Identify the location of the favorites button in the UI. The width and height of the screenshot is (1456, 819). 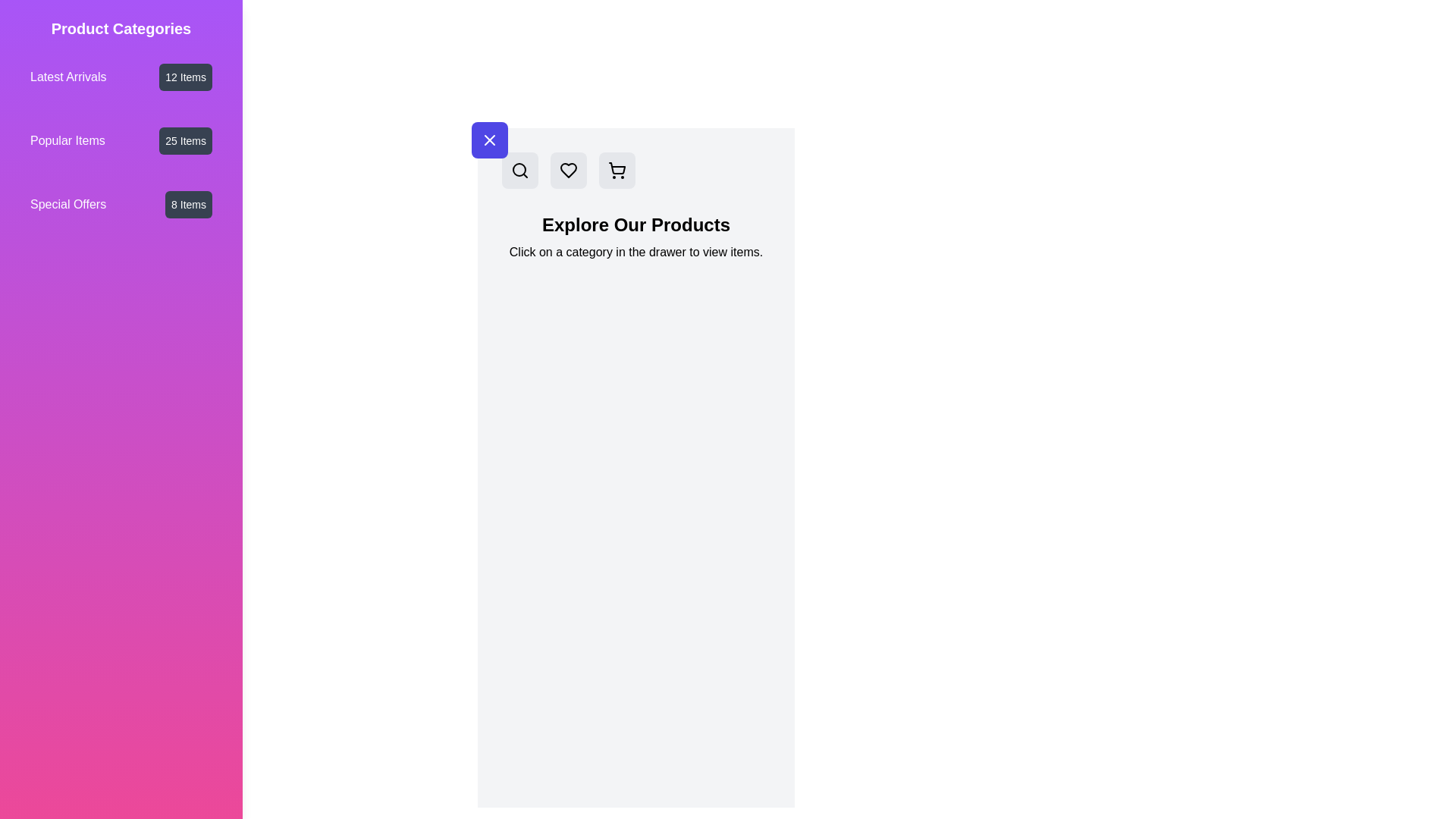
(567, 170).